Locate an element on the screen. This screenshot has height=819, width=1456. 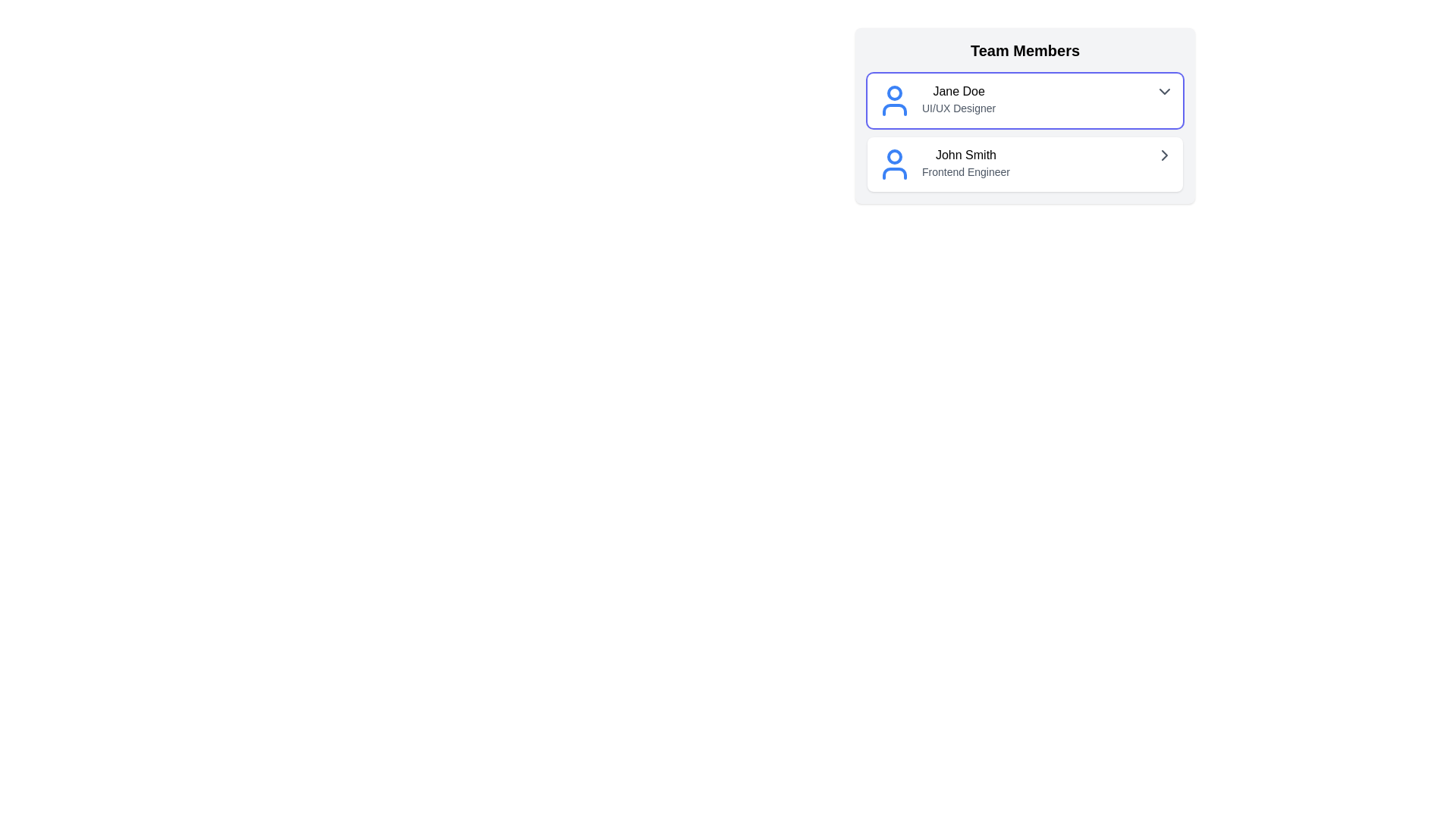
the static label indicating the role or job title of 'Jane Doe' within the team member list, located directly below the user's name is located at coordinates (958, 107).